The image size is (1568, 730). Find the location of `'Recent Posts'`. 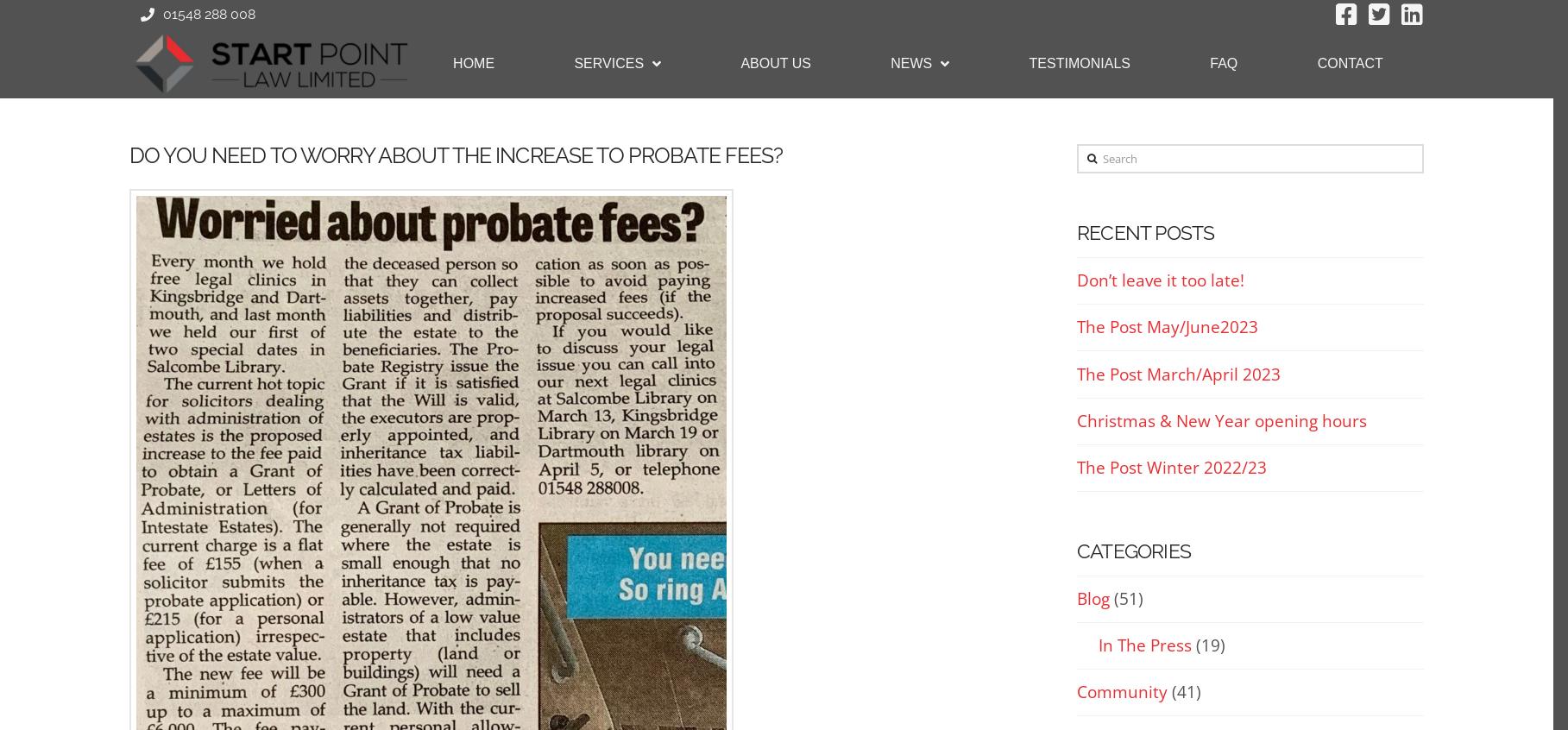

'Recent Posts' is located at coordinates (1145, 232).